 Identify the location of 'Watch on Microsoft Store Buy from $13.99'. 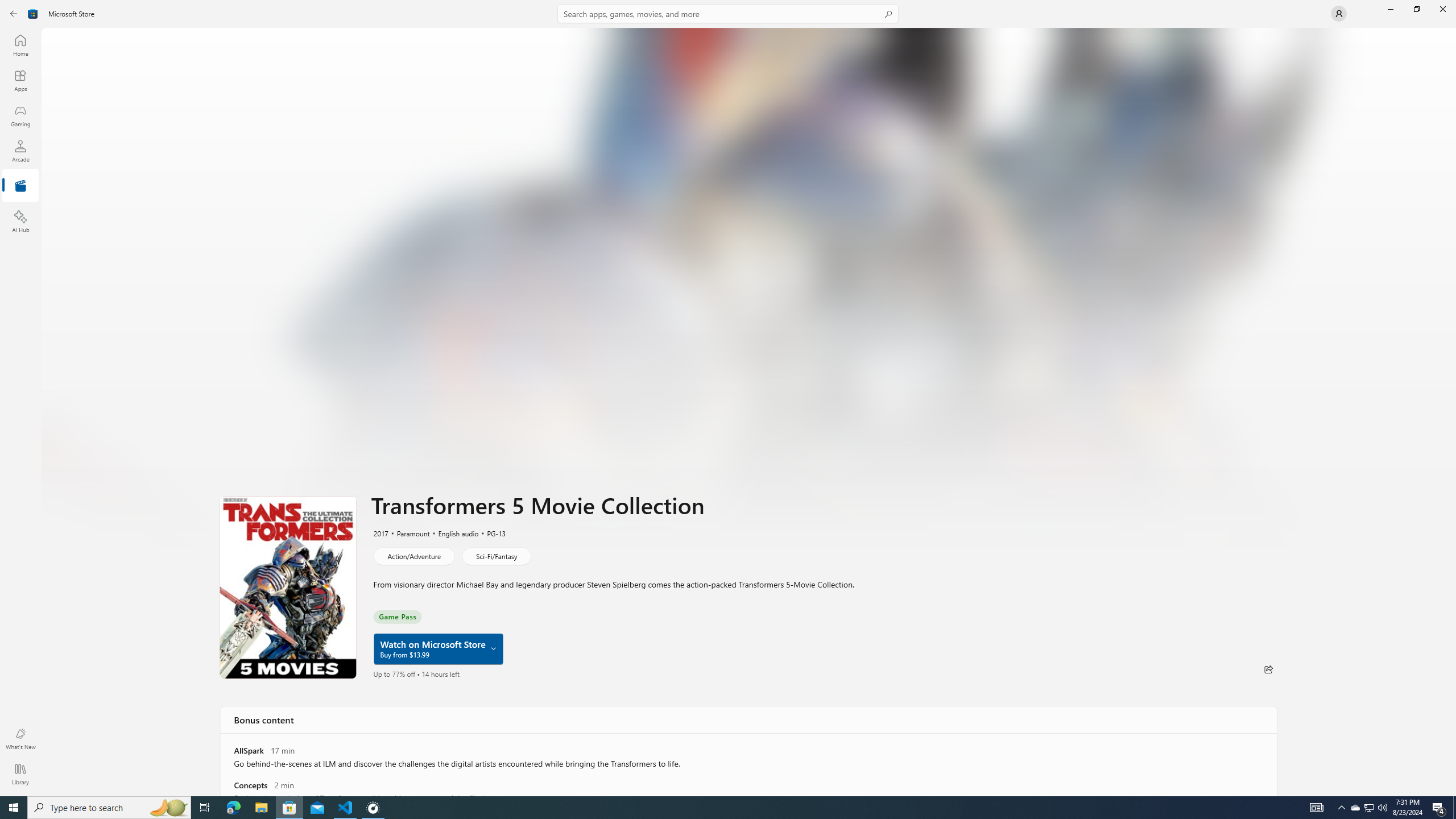
(438, 649).